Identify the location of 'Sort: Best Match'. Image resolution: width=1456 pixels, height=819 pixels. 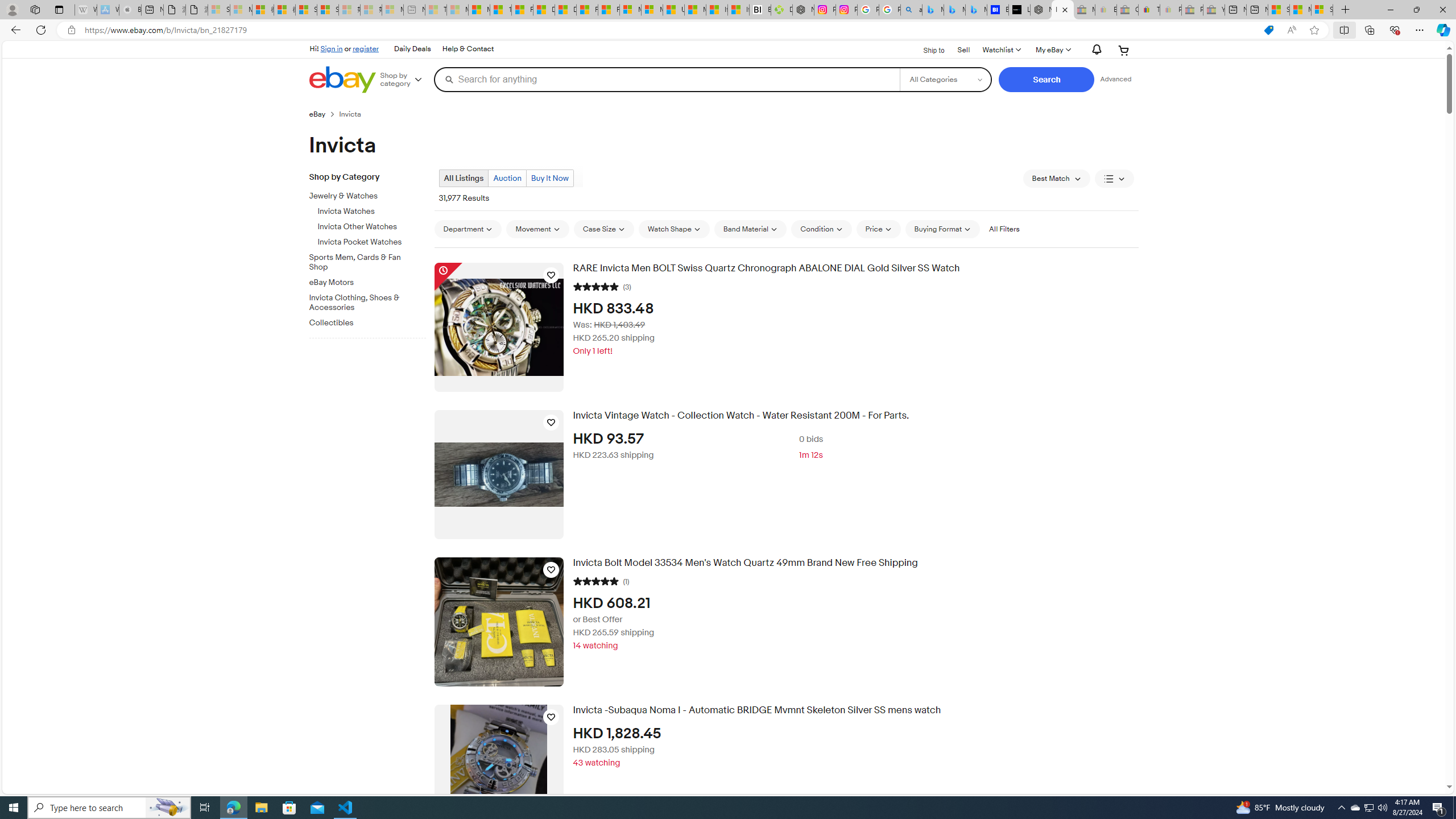
(1056, 178).